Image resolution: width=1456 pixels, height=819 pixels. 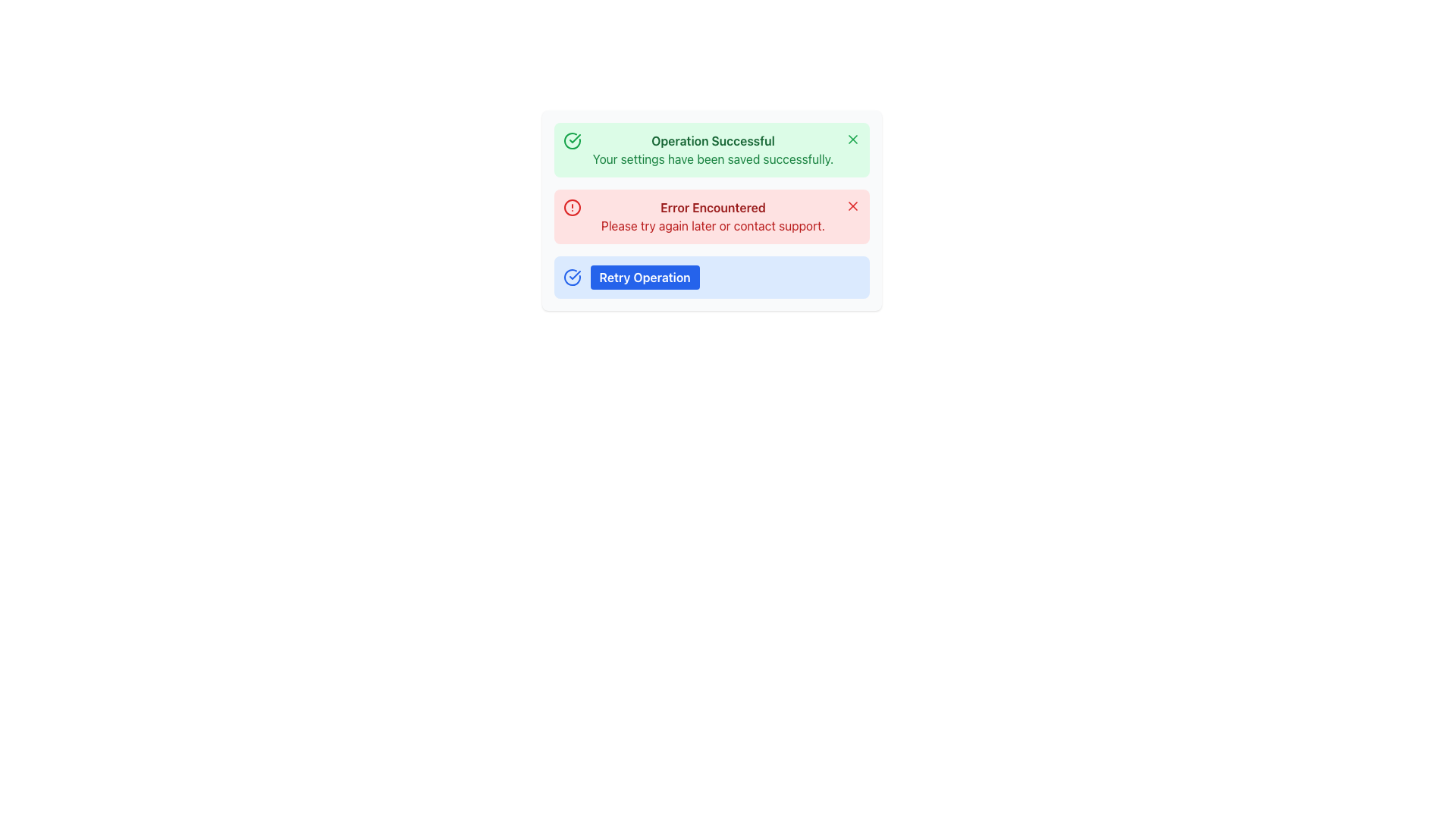 I want to click on the close button located at the top right corner of the green notification box titled 'Operation Successful' to change its color, so click(x=852, y=140).